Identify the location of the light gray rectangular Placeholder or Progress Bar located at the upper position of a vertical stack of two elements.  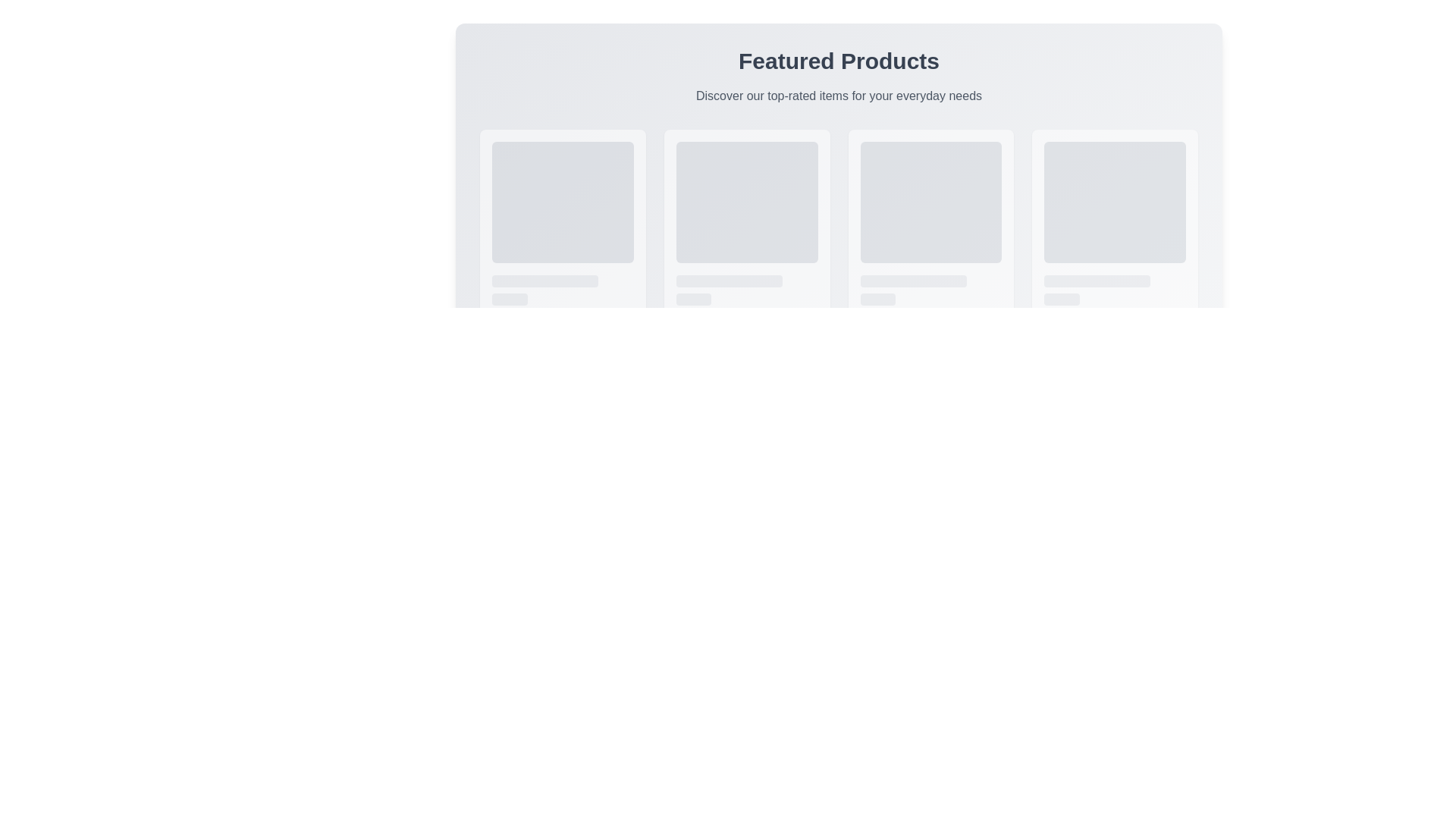
(729, 281).